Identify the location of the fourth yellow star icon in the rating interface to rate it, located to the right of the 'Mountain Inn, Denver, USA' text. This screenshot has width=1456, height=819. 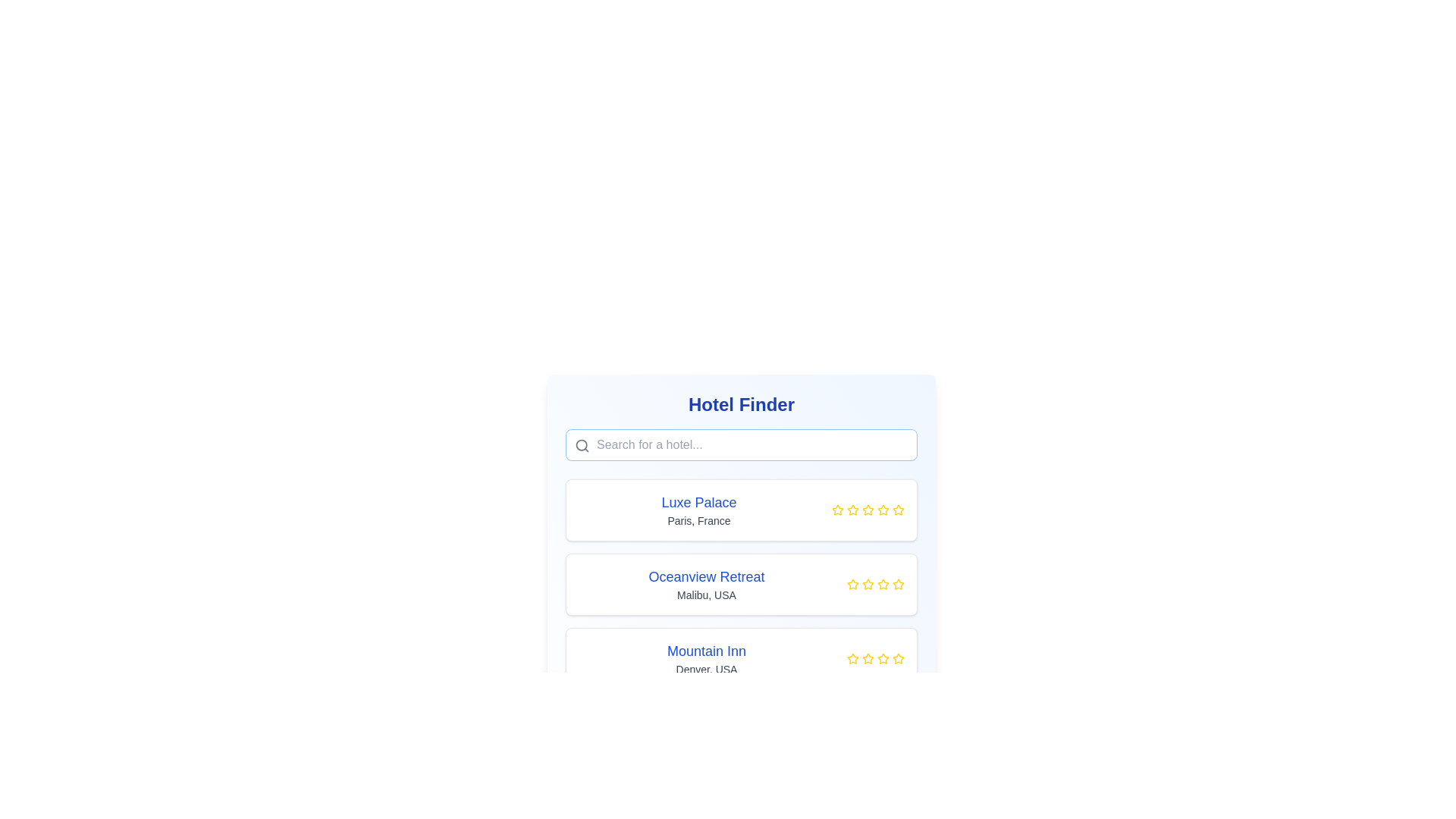
(883, 657).